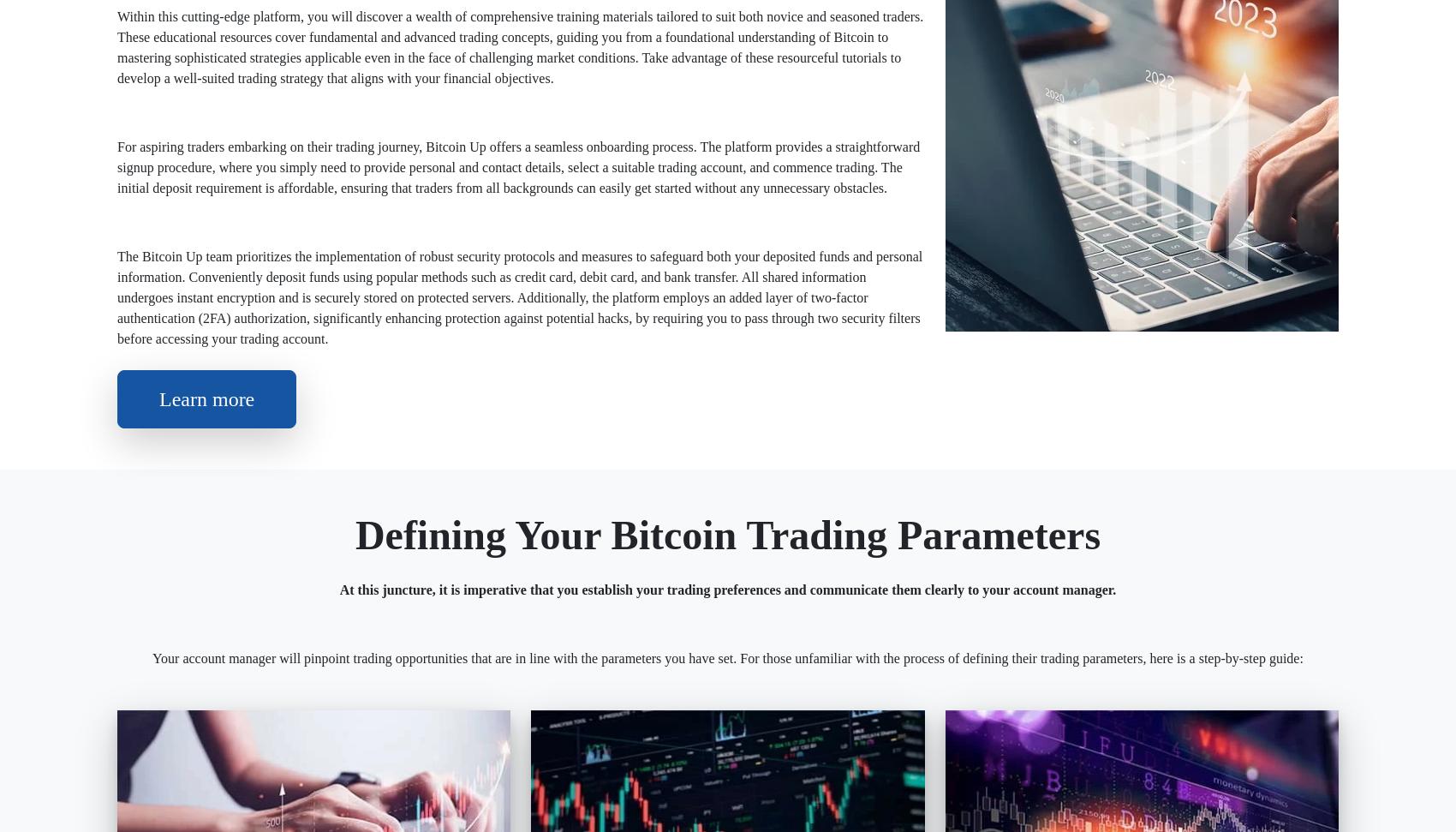 The image size is (1456, 832). I want to click on '#Bitcoin Up', so click(151, 628).